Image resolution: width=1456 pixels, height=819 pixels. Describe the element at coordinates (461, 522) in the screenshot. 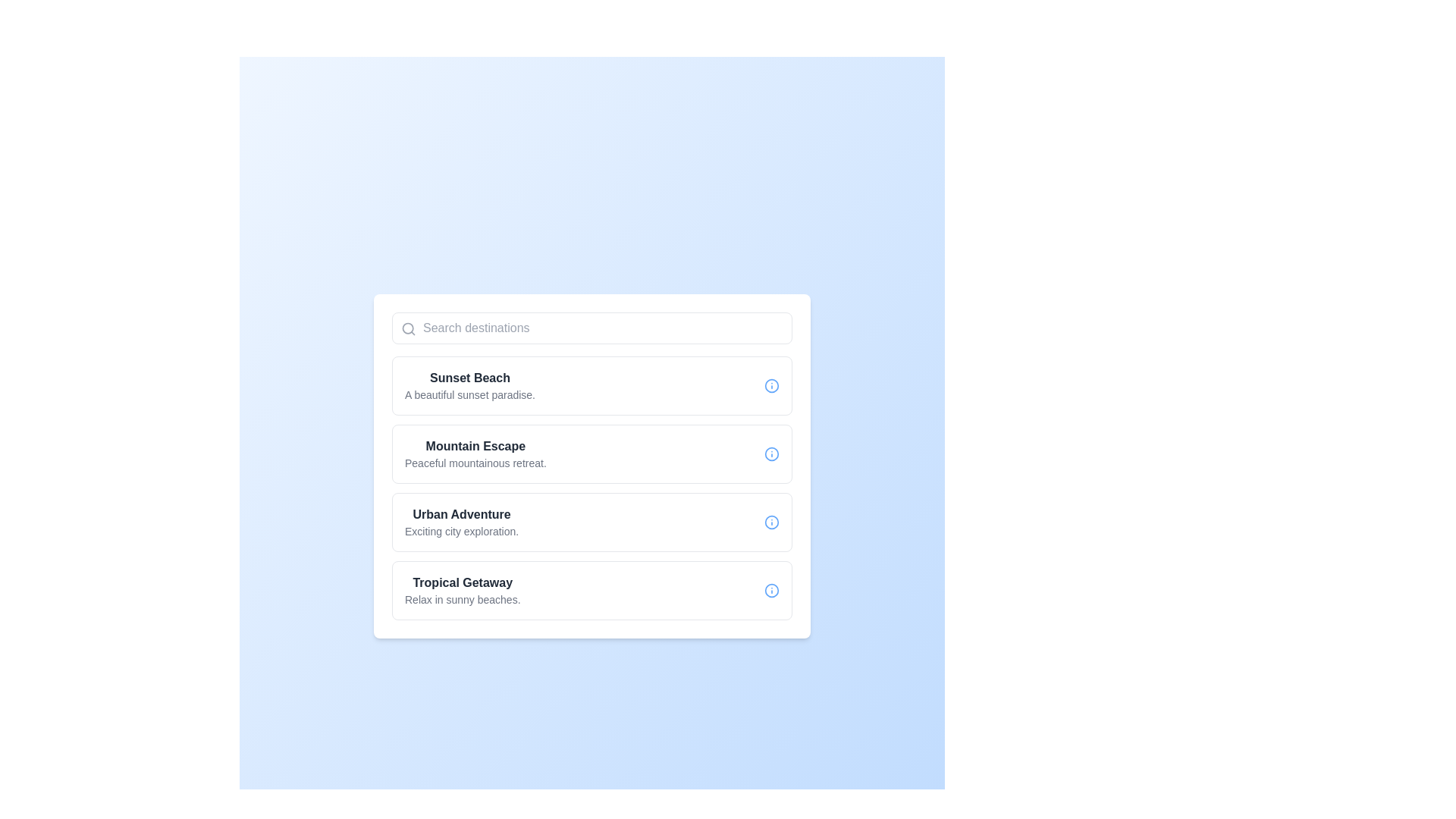

I see `the text element titled 'Urban Adventure' with the description 'Exciting city exploration', which is the third option in a vertical list of selectable items` at that location.